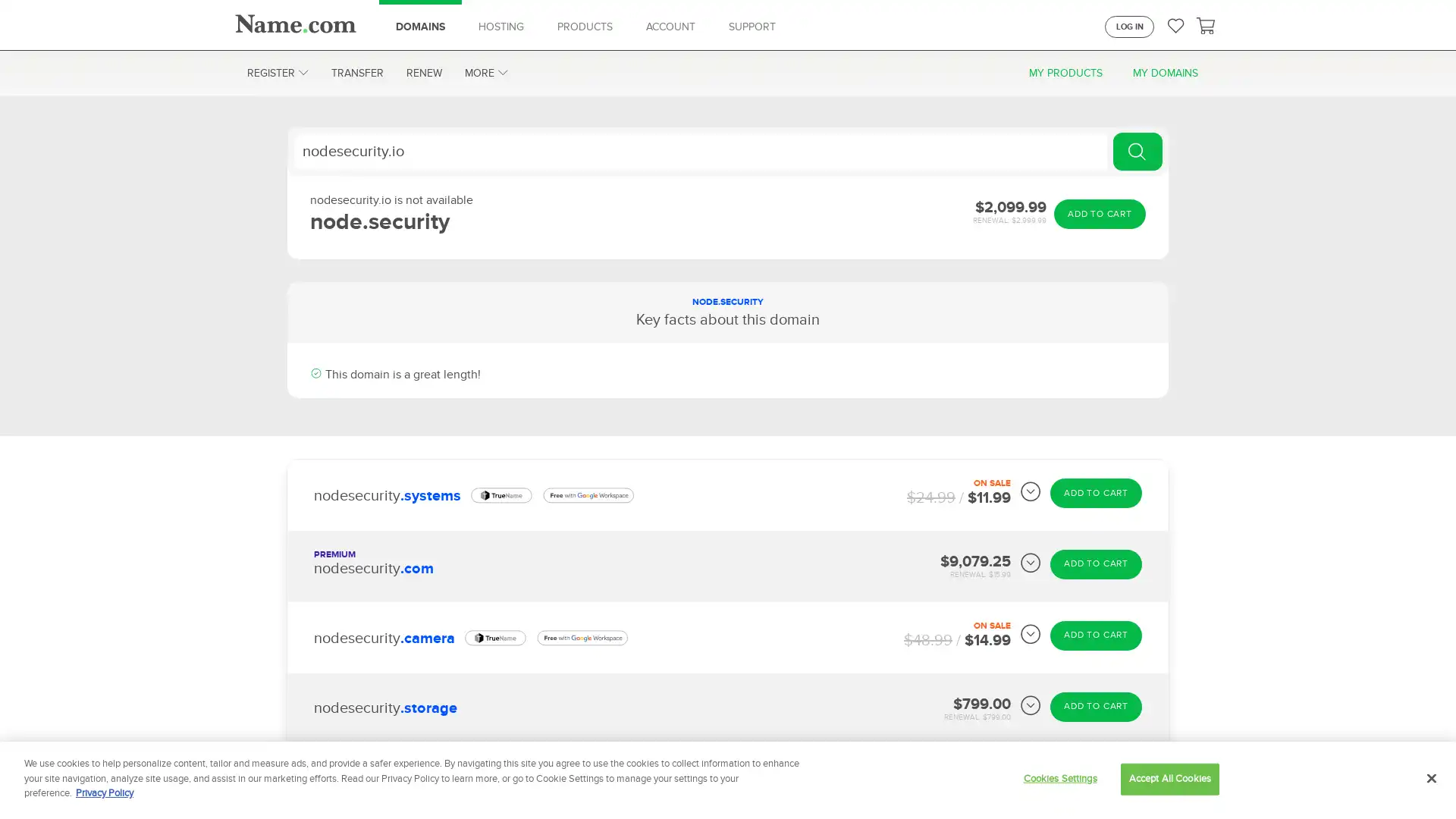  I want to click on Close, so click(1430, 778).